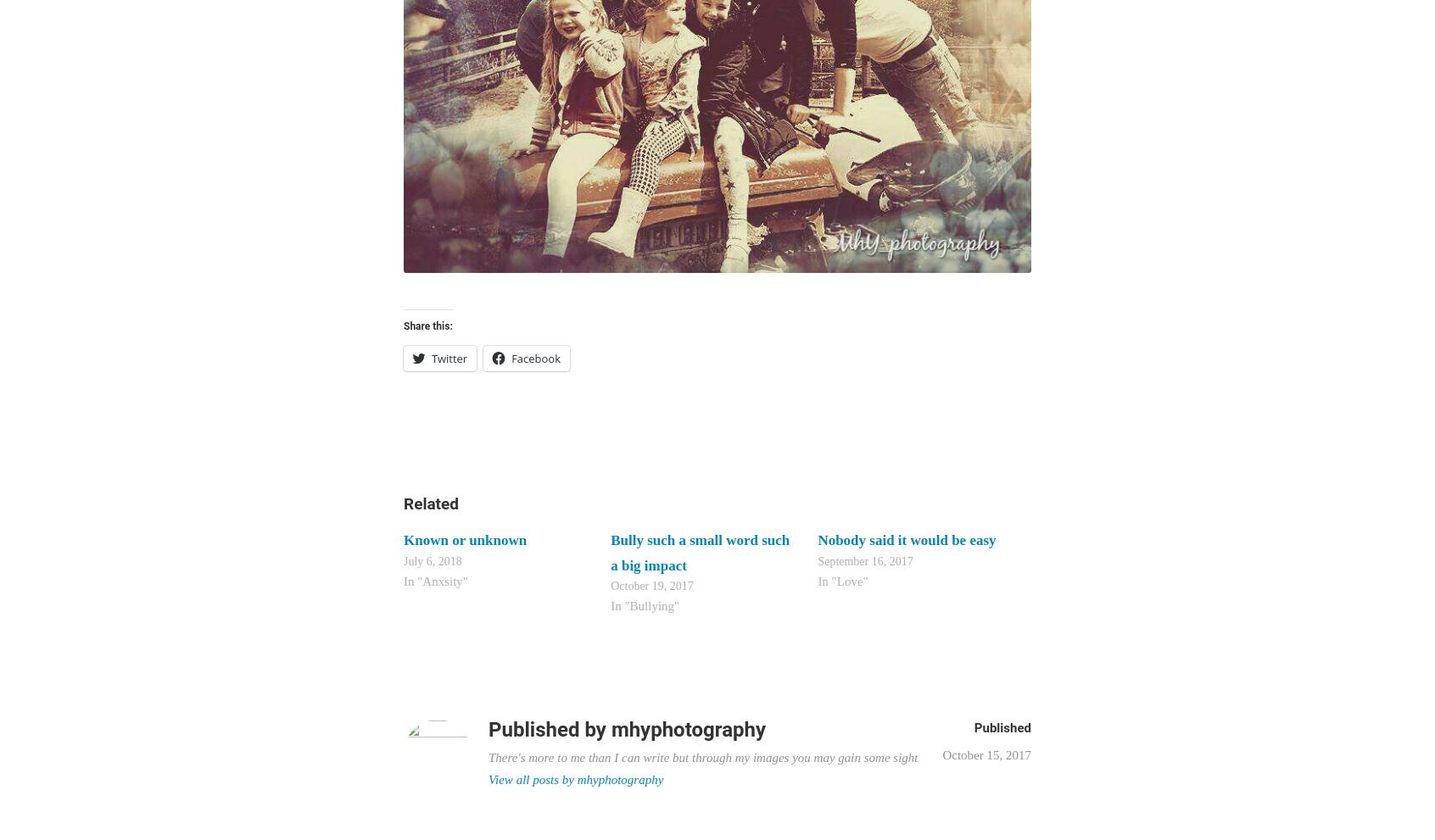 Image resolution: width=1435 pixels, height=840 pixels. What do you see at coordinates (431, 503) in the screenshot?
I see `'Related'` at bounding box center [431, 503].